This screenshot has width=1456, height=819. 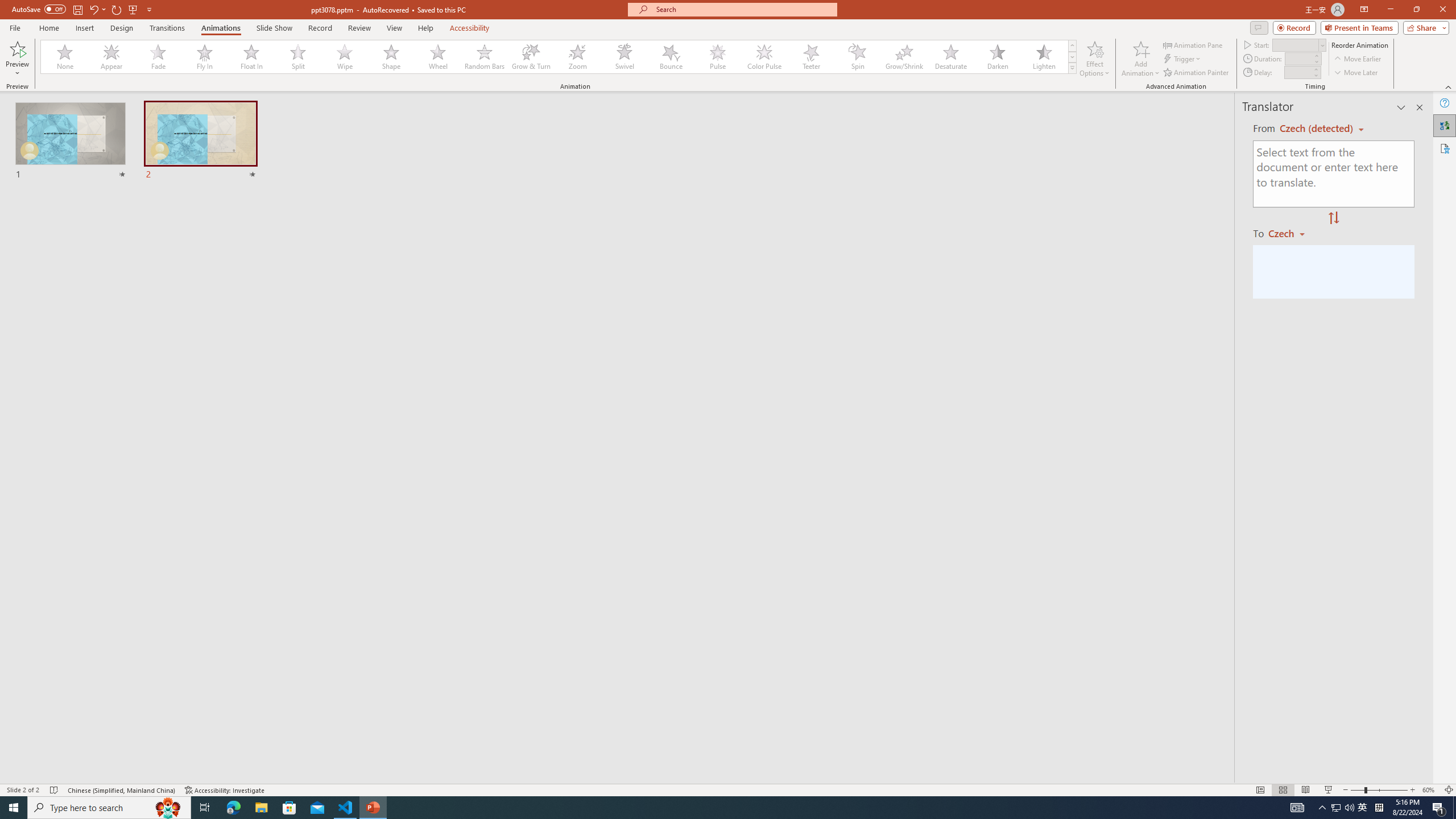 I want to click on 'None', so click(x=65, y=56).